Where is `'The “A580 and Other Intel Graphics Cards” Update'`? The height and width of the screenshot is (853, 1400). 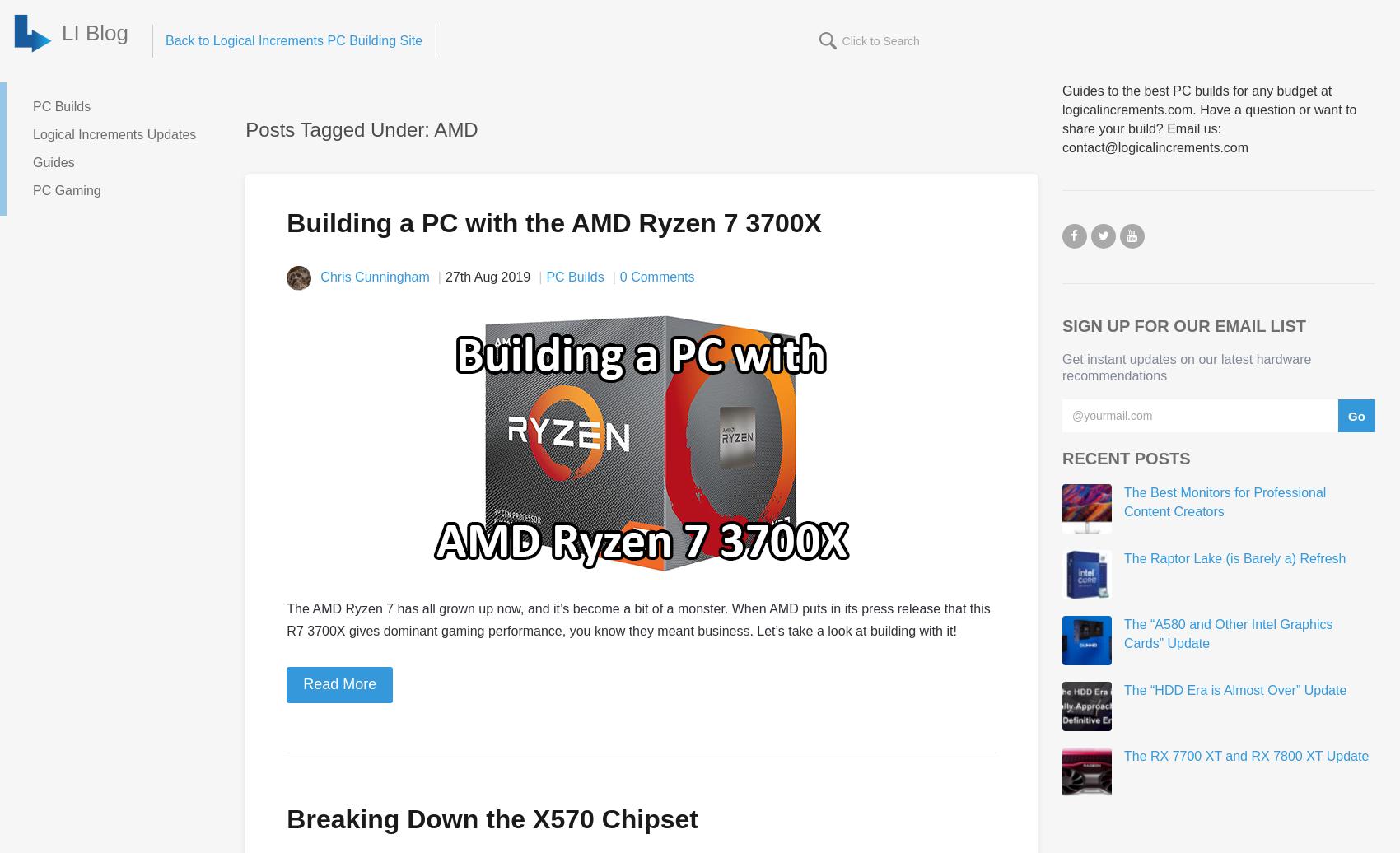
'The “A580 and Other Intel Graphics Cards” Update' is located at coordinates (1228, 633).